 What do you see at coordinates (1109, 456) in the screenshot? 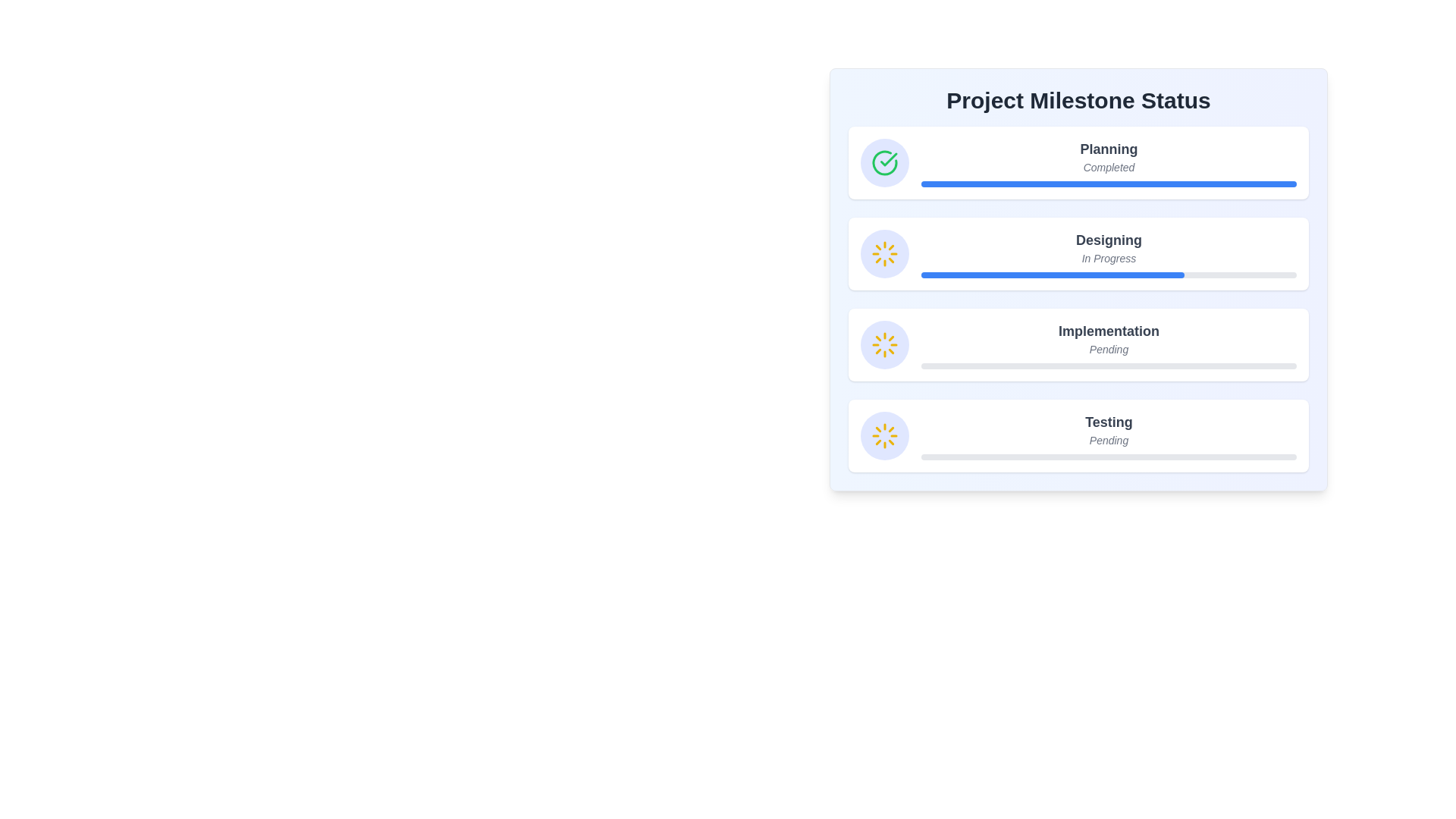
I see `the progress bar indicating the progress of the 'Testing' stage in the milestone tracker, which is located below the text 'Testing' and 'Pending'` at bounding box center [1109, 456].